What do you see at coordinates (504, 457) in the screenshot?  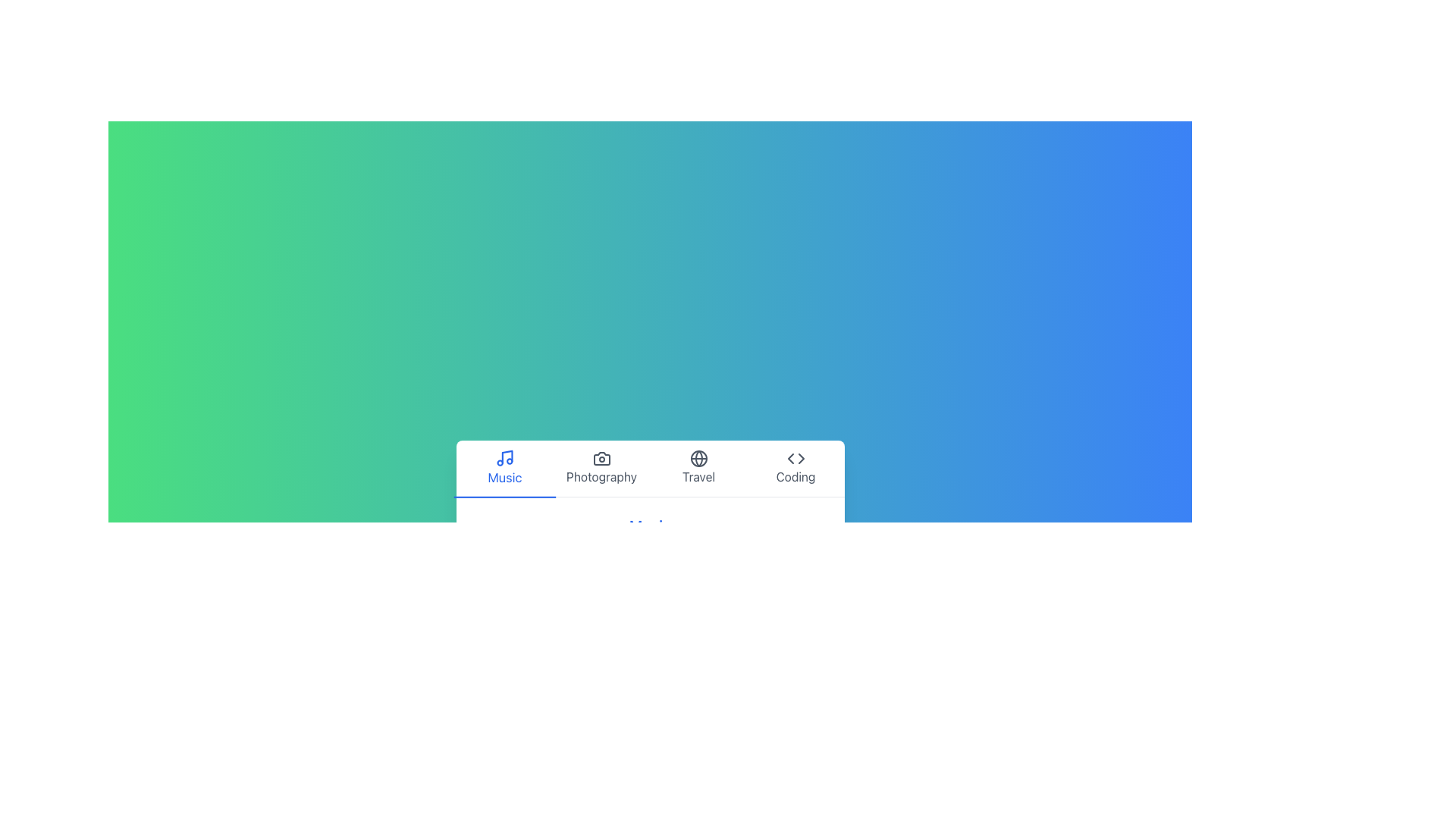 I see `the musical note icon within the 'Music' button` at bounding box center [504, 457].